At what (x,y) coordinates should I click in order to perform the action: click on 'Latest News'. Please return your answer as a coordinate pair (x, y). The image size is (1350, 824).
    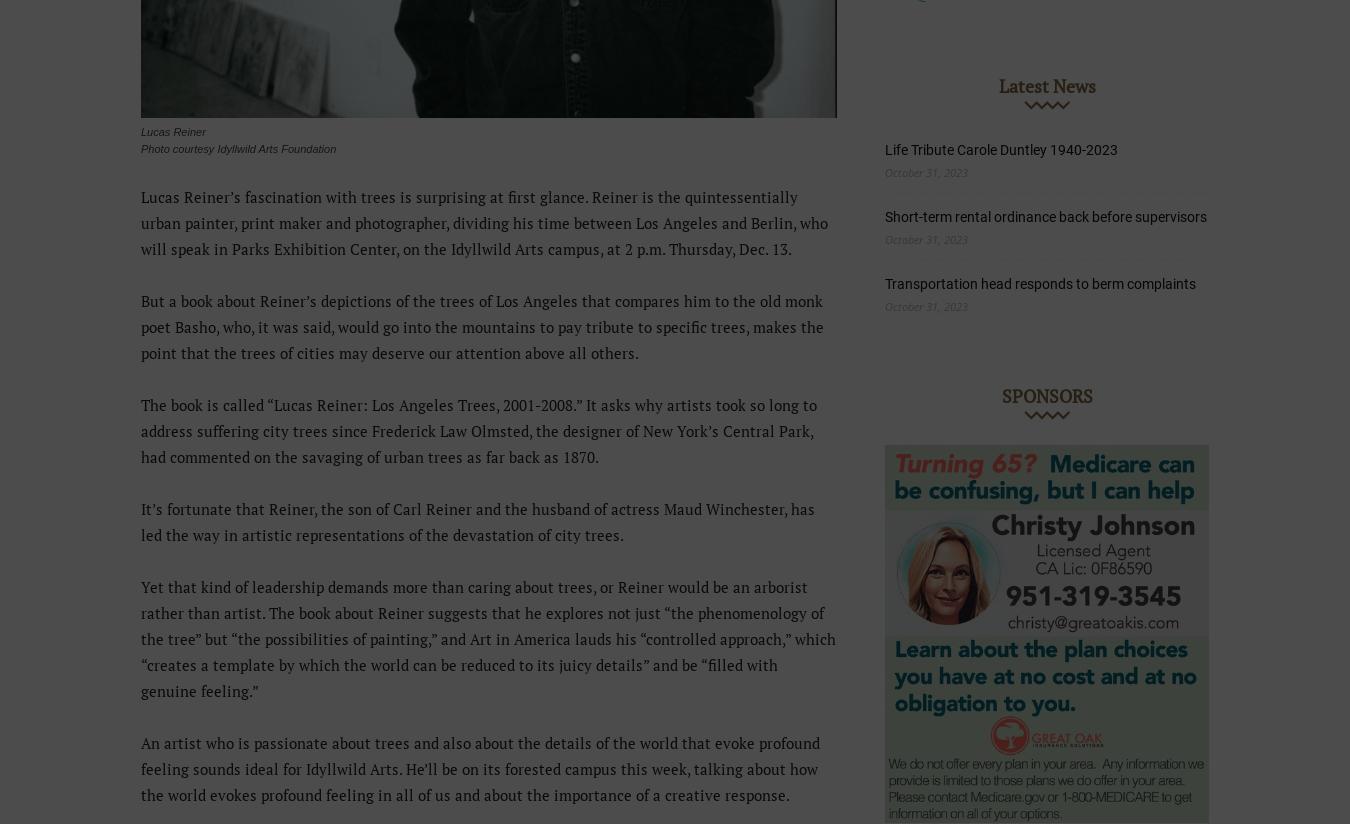
    Looking at the image, I should click on (1046, 85).